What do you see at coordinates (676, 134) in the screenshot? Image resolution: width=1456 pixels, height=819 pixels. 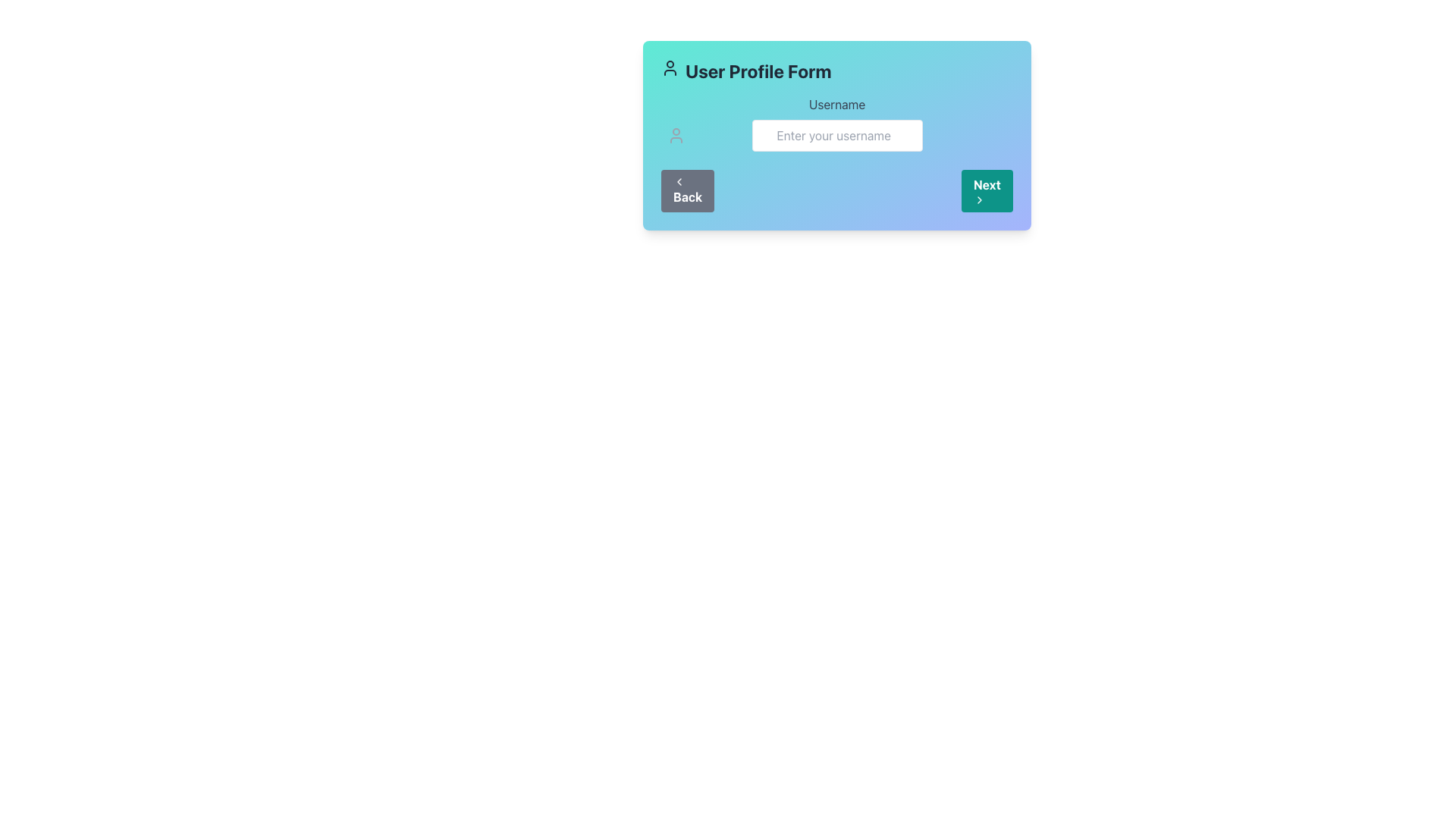 I see `the decorative user profile icon located to the left of the 'Enter your username' input field` at bounding box center [676, 134].